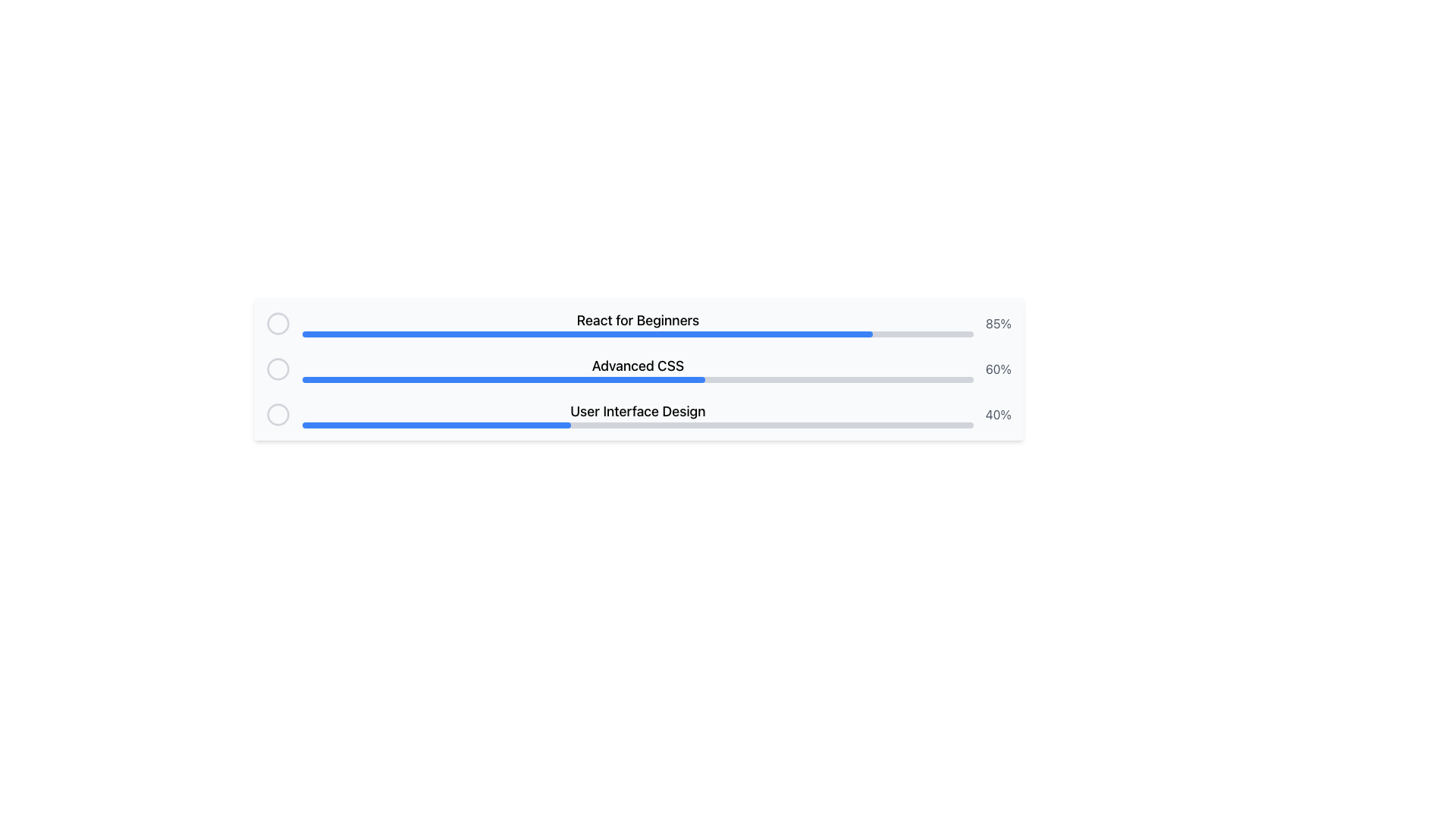 This screenshot has width=1456, height=819. Describe the element at coordinates (278, 415) in the screenshot. I see `the circular marker located to the left of the text label 'User Interface Design' in the third item of the list` at that location.